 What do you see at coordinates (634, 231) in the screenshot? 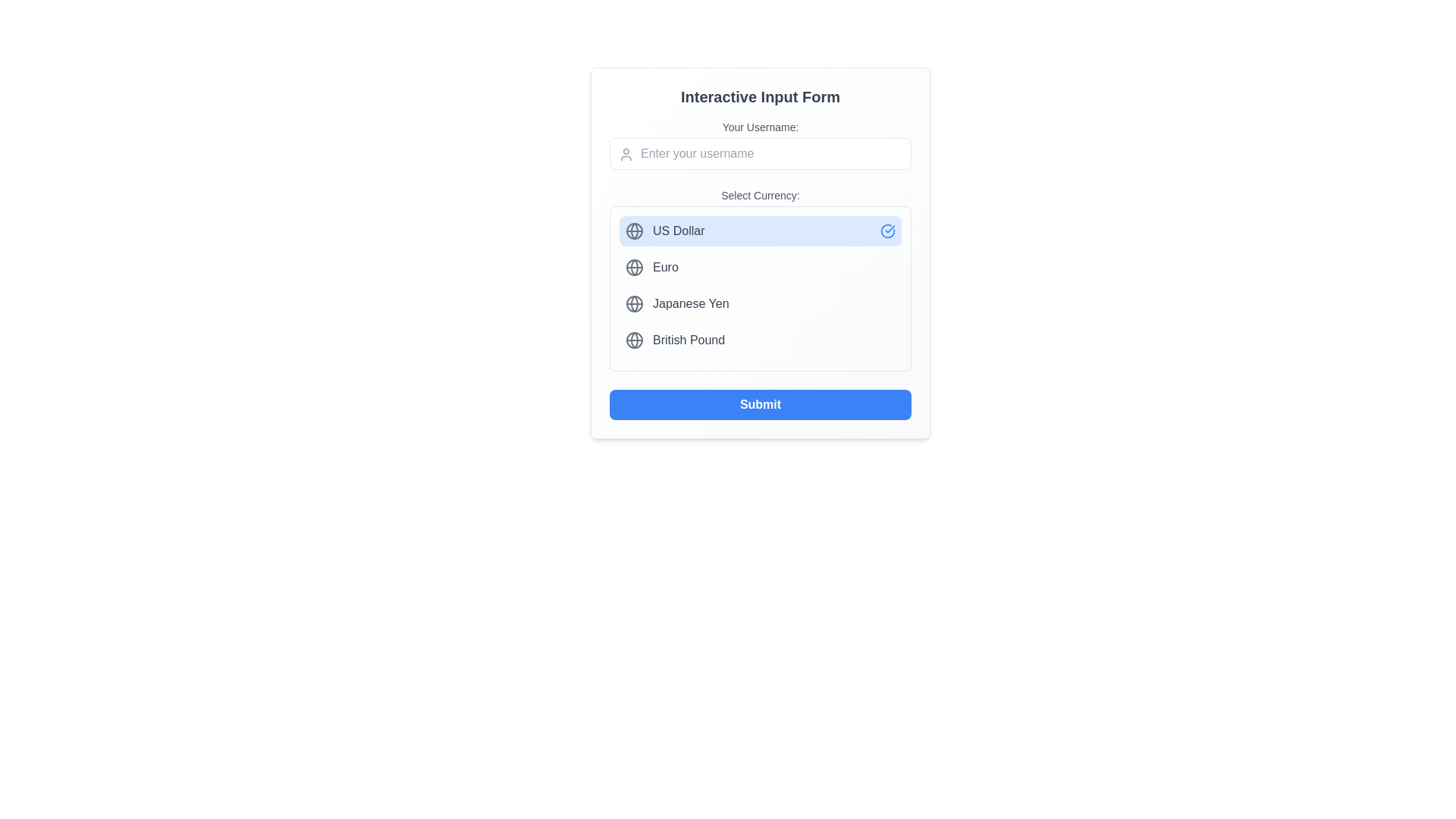
I see `the globe icon represented by the SVG circle element in the currency selection interface, positioned leftmost next to the 'US Dollar' label` at bounding box center [634, 231].